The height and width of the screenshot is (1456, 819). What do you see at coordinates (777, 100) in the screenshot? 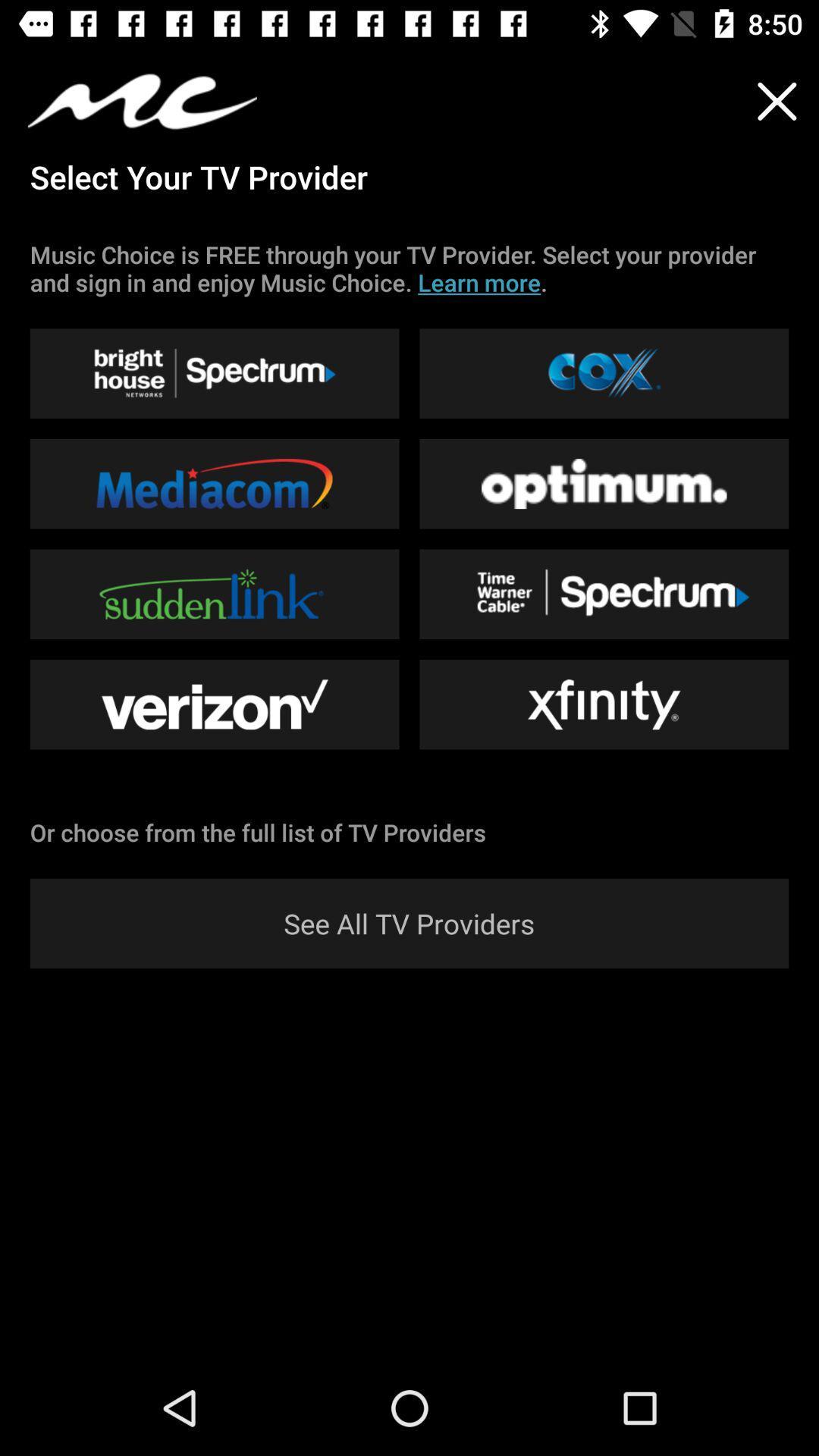
I see `icon to the right of select your tv` at bounding box center [777, 100].